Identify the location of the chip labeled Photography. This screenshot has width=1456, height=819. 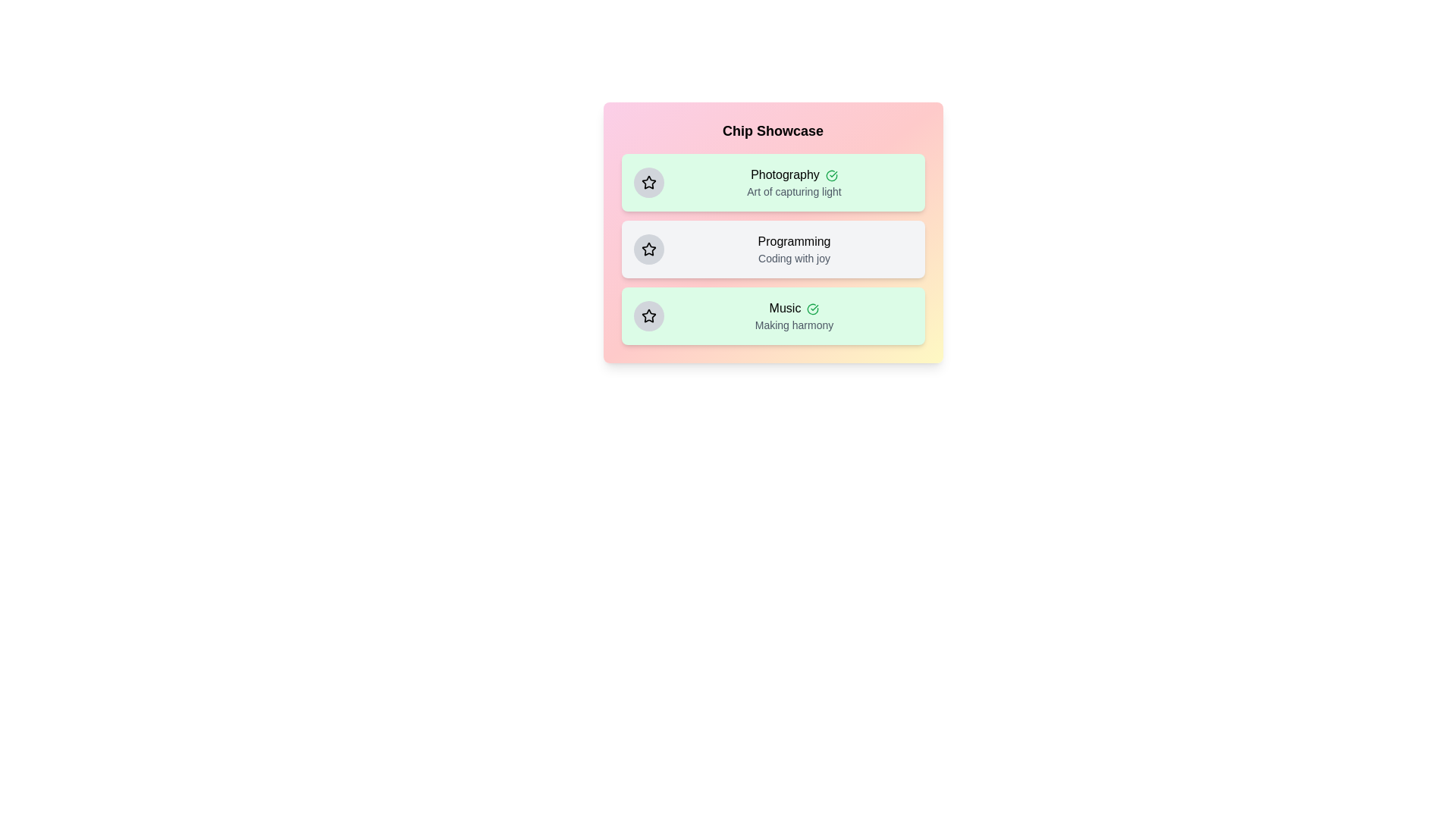
(773, 181).